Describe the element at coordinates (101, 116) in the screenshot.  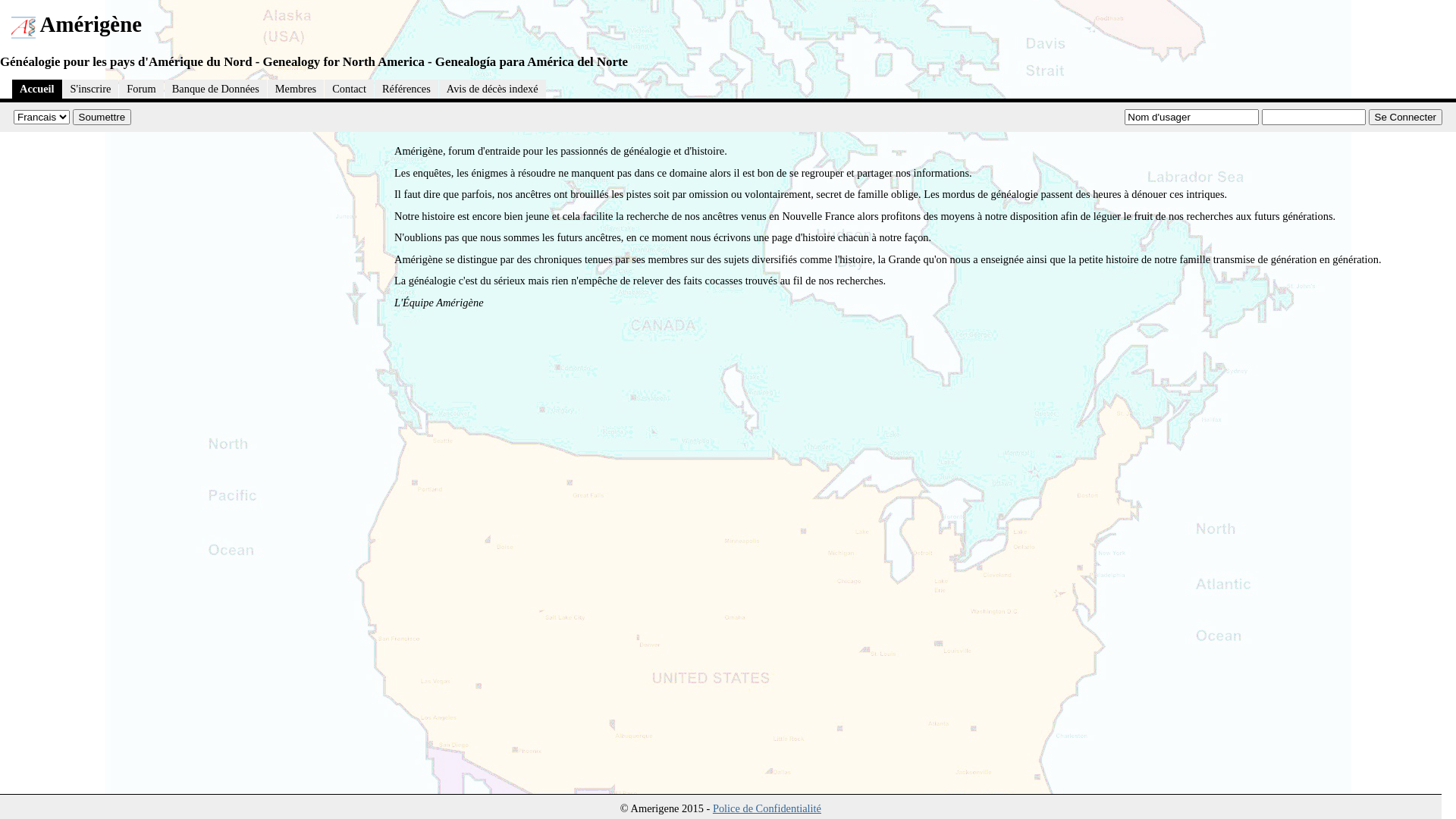
I see `'Soumettre'` at that location.